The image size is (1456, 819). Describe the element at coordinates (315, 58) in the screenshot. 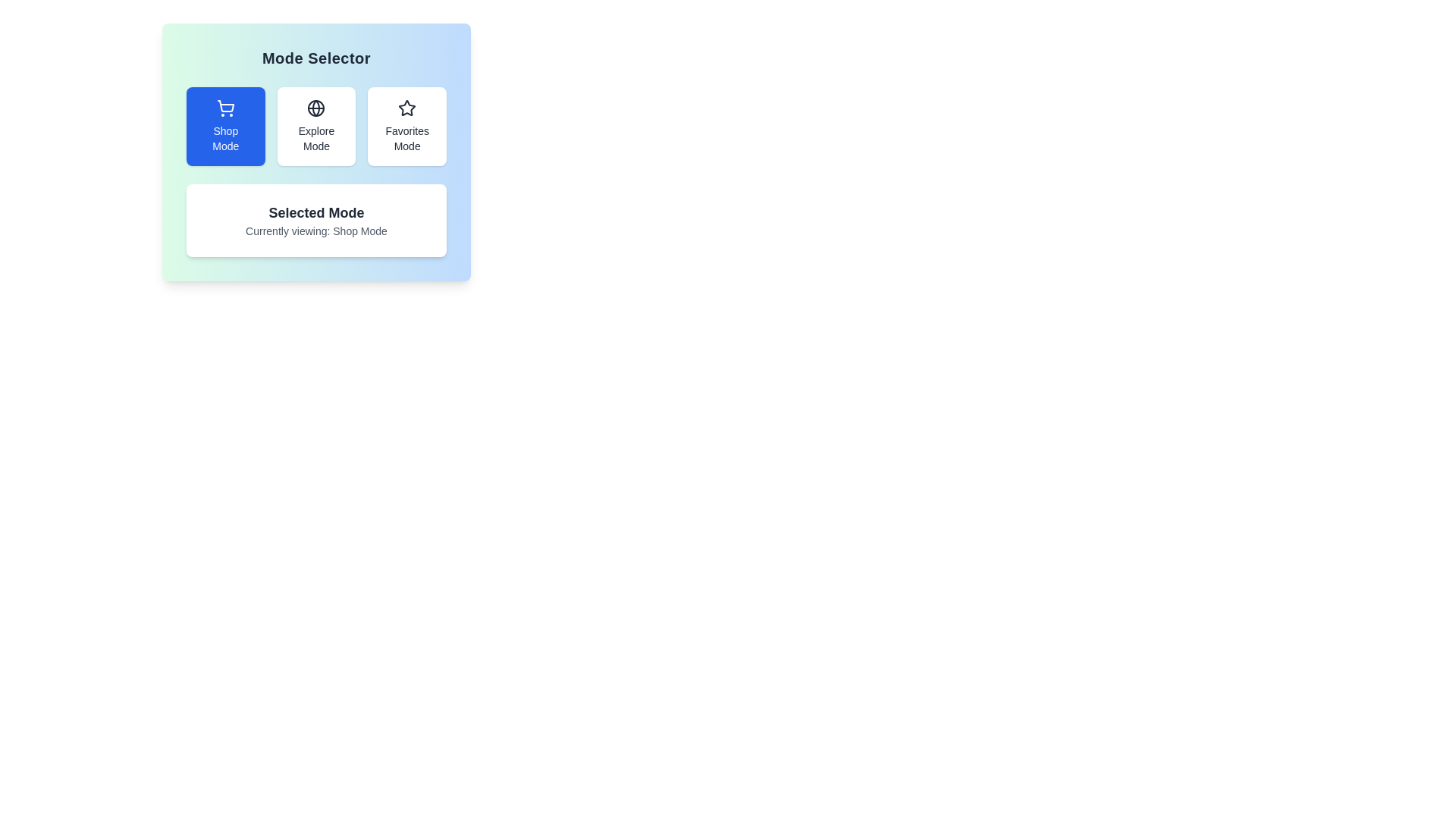

I see `the 'Mode Selector' header, which is a bold, large text element centered at the top of the mode selection interface` at that location.